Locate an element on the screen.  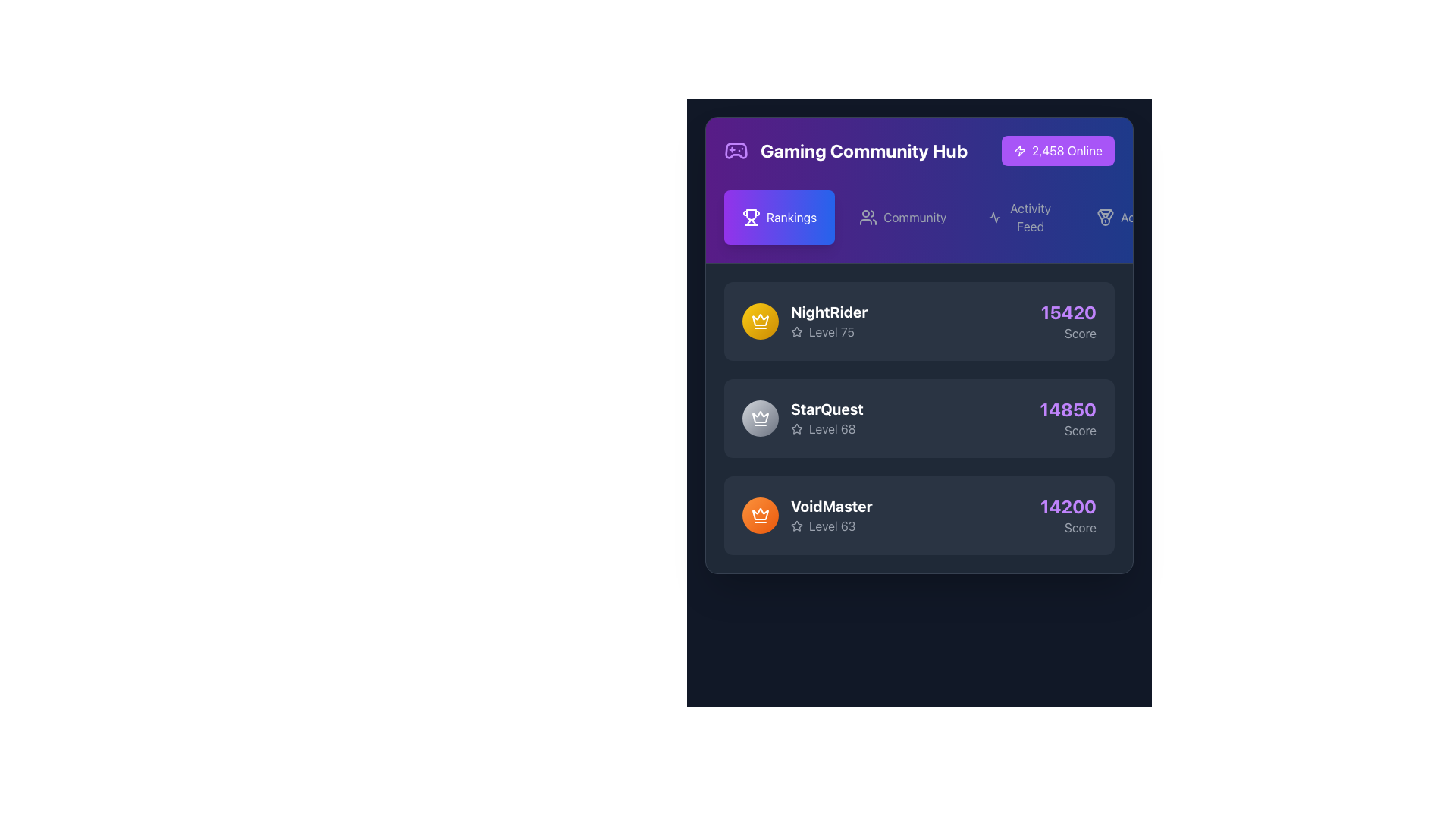
the gamepad icon located in the top-left corner of the page, above the 'Gaming Community Hub' text in the header section is located at coordinates (736, 151).